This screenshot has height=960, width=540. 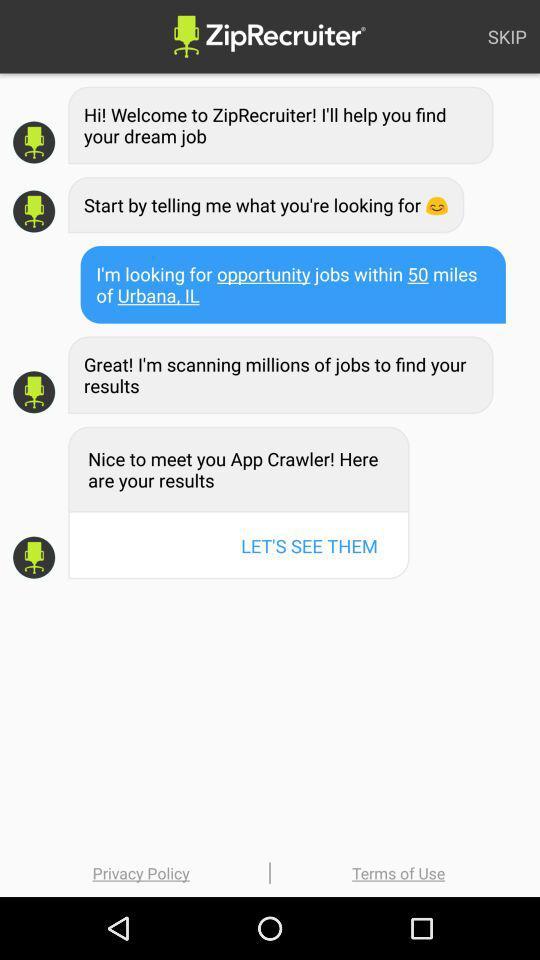 What do you see at coordinates (507, 35) in the screenshot?
I see `the skip` at bounding box center [507, 35].